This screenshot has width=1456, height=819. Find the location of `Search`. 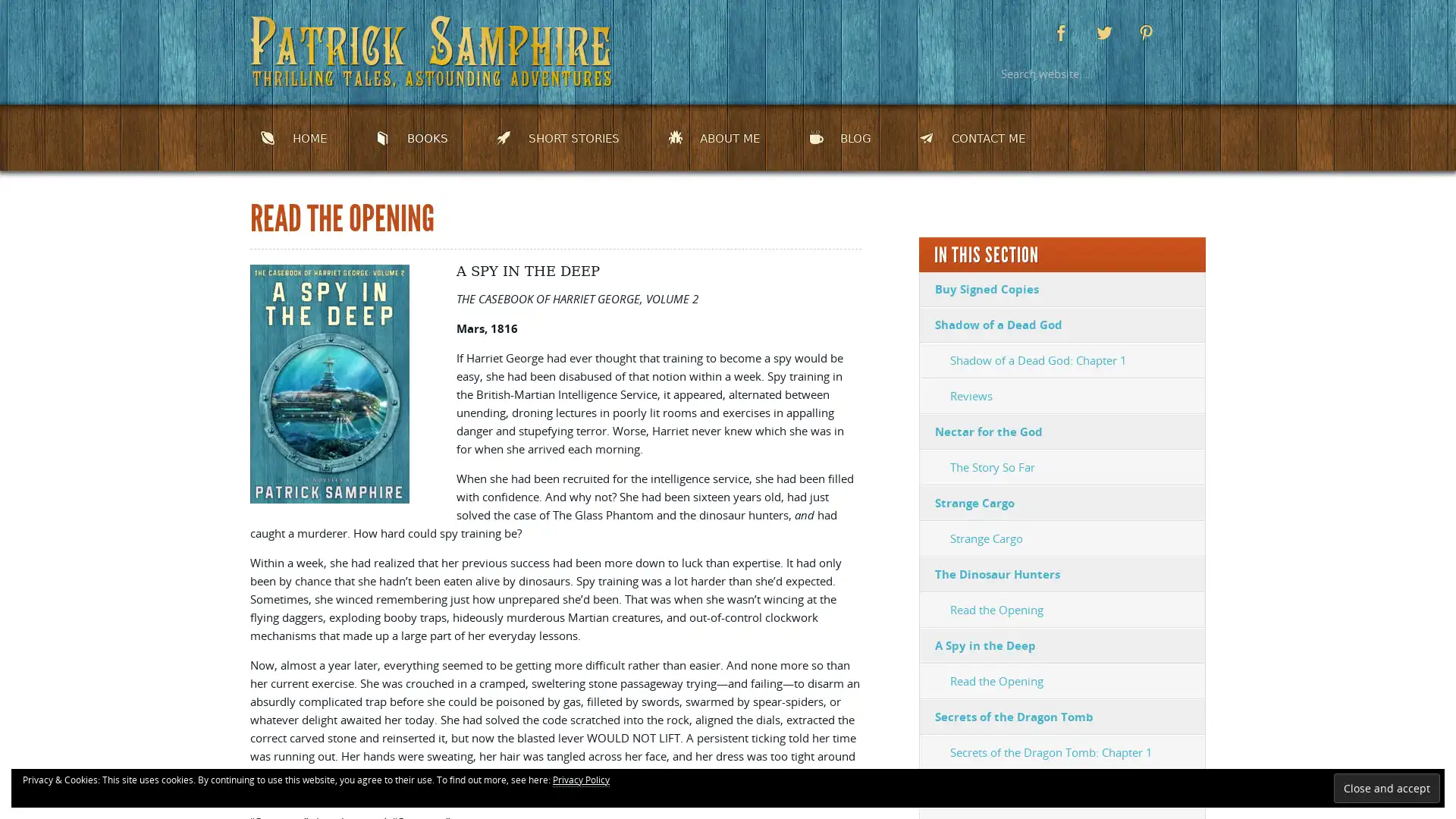

Search is located at coordinates (1187, 73).